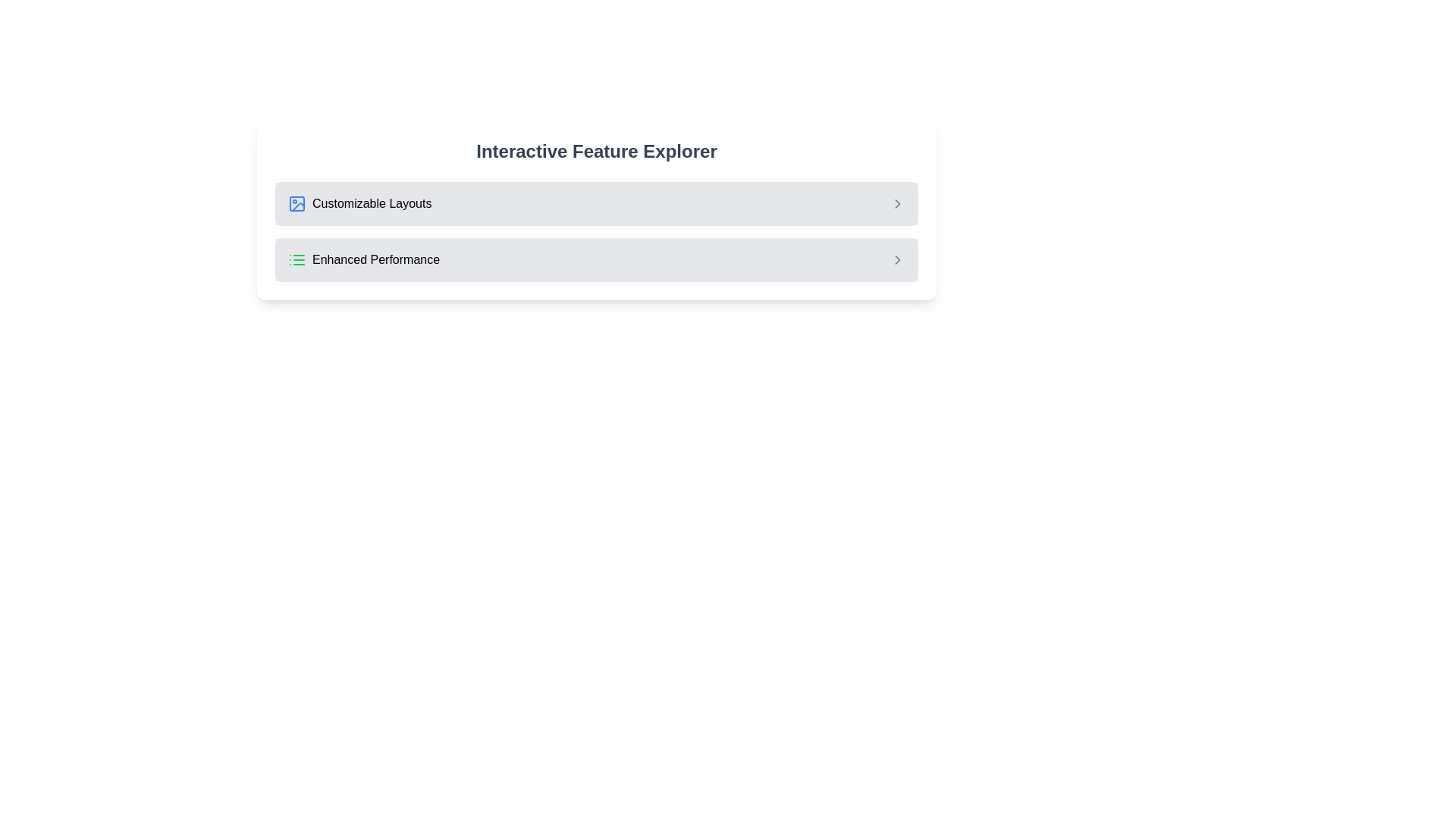 This screenshot has height=819, width=1456. I want to click on the icon representing the 'Enhanced Performance' feature located in the second row of the 'Interactive Feature Explorer' section, positioned to the left of the text, so click(297, 259).